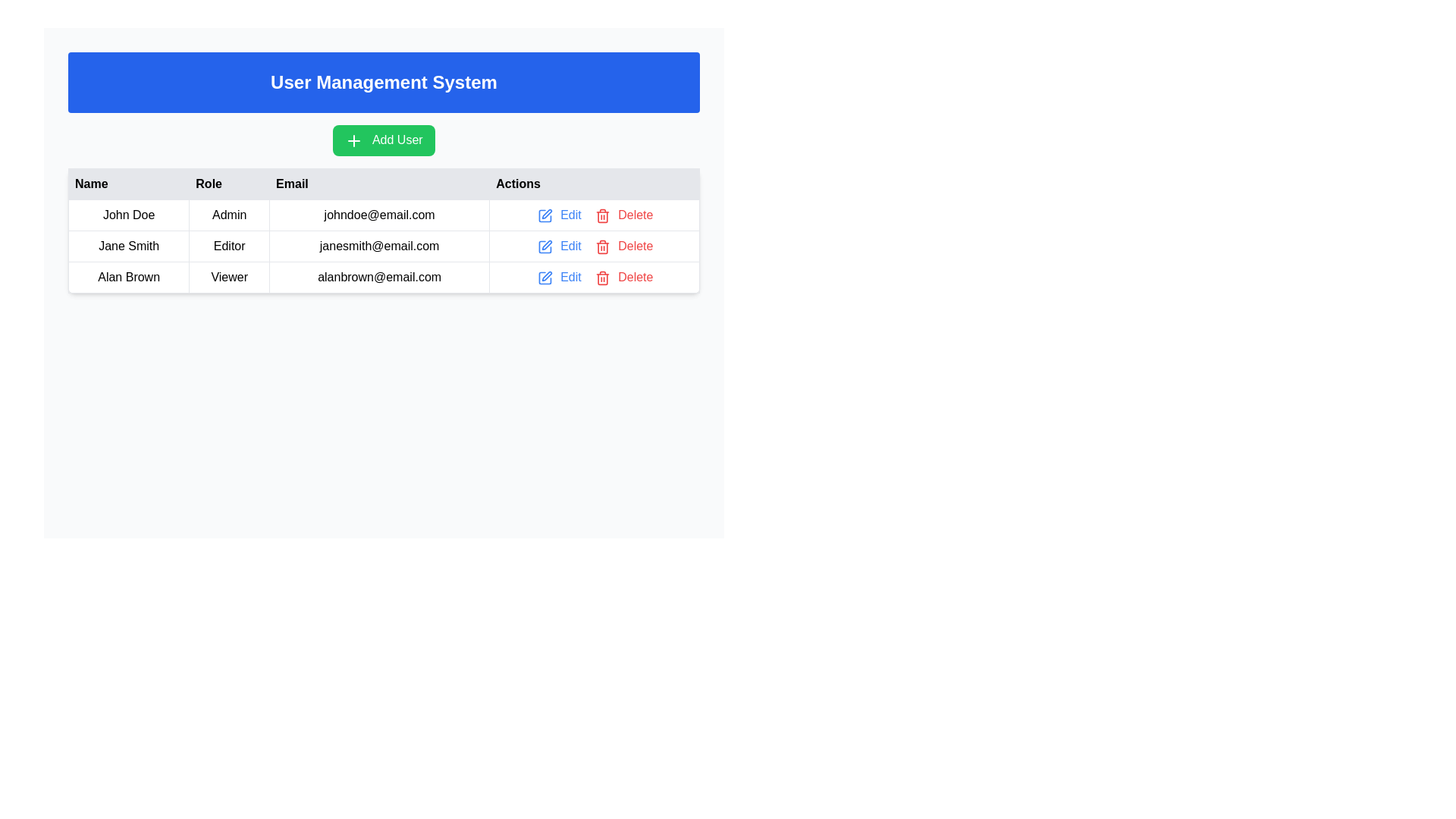 The height and width of the screenshot is (819, 1456). I want to click on the button located below the 'User Management System' banner, so click(384, 140).